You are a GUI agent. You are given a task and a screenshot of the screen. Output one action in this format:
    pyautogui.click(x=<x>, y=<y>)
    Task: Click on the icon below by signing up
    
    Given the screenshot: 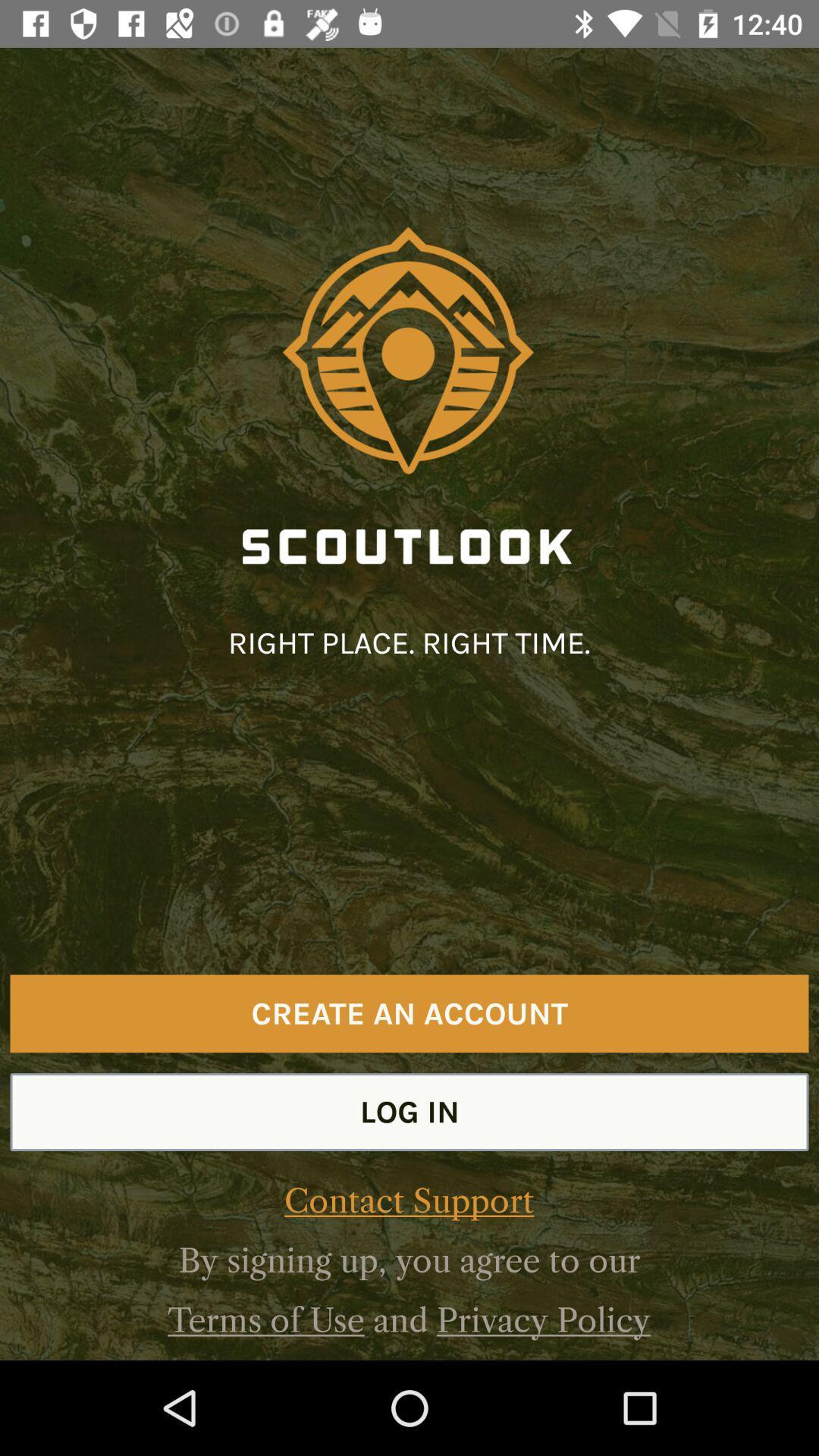 What is the action you would take?
    pyautogui.click(x=543, y=1319)
    